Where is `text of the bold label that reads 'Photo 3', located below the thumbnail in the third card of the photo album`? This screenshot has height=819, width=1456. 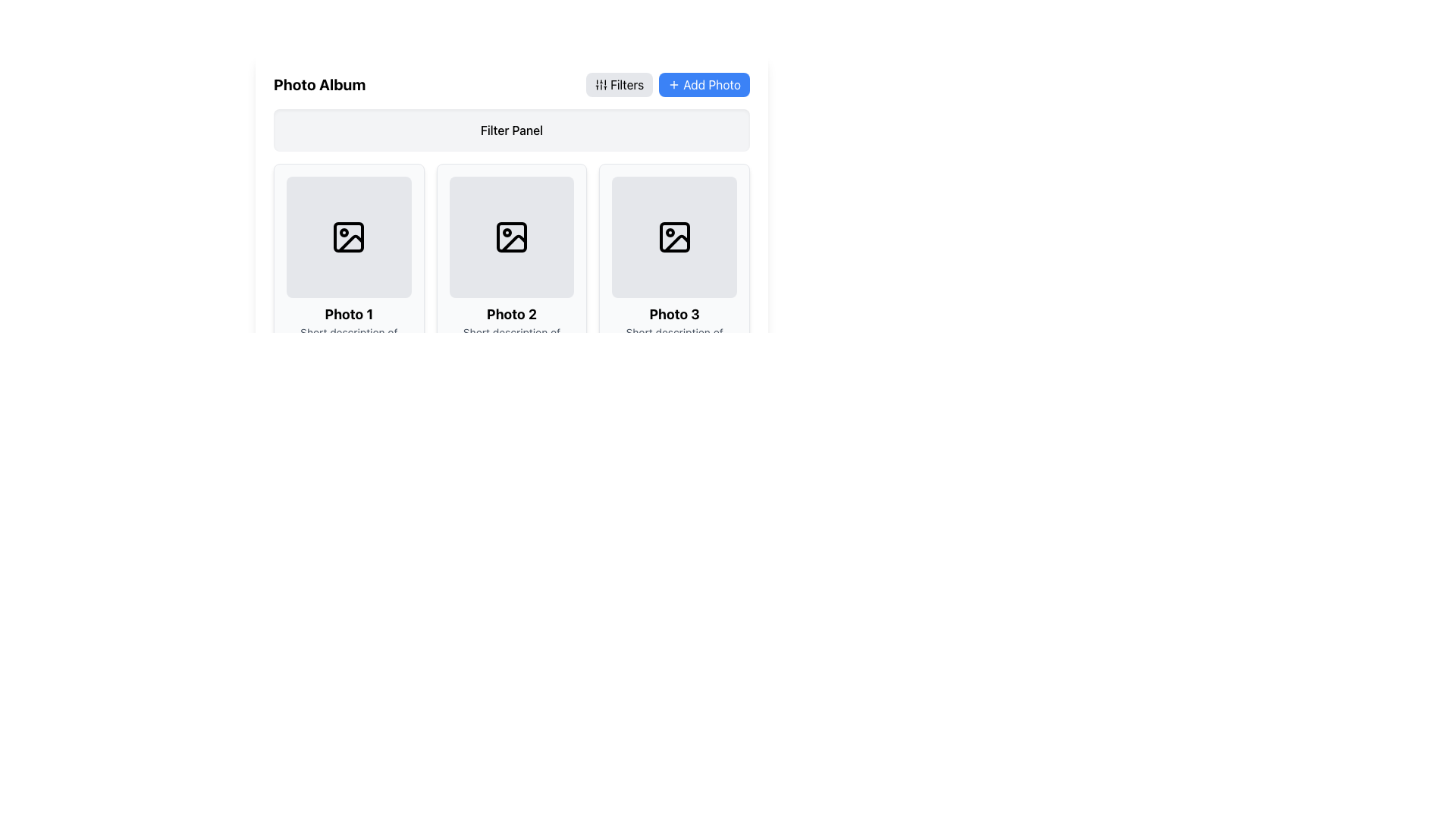 text of the bold label that reads 'Photo 3', located below the thumbnail in the third card of the photo album is located at coordinates (673, 314).